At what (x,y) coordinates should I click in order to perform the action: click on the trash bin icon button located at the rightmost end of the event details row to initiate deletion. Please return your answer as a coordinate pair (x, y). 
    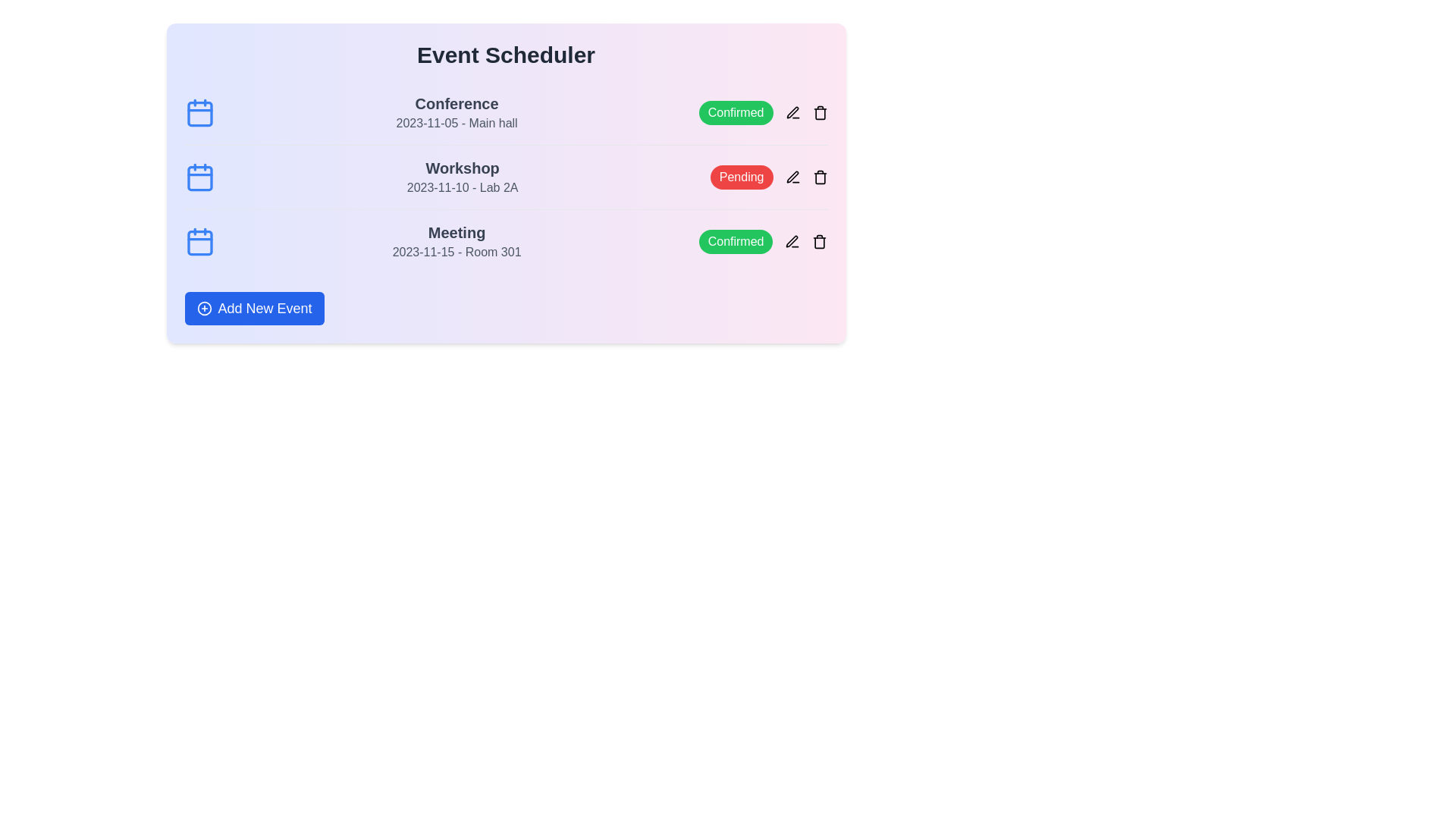
    Looking at the image, I should click on (819, 112).